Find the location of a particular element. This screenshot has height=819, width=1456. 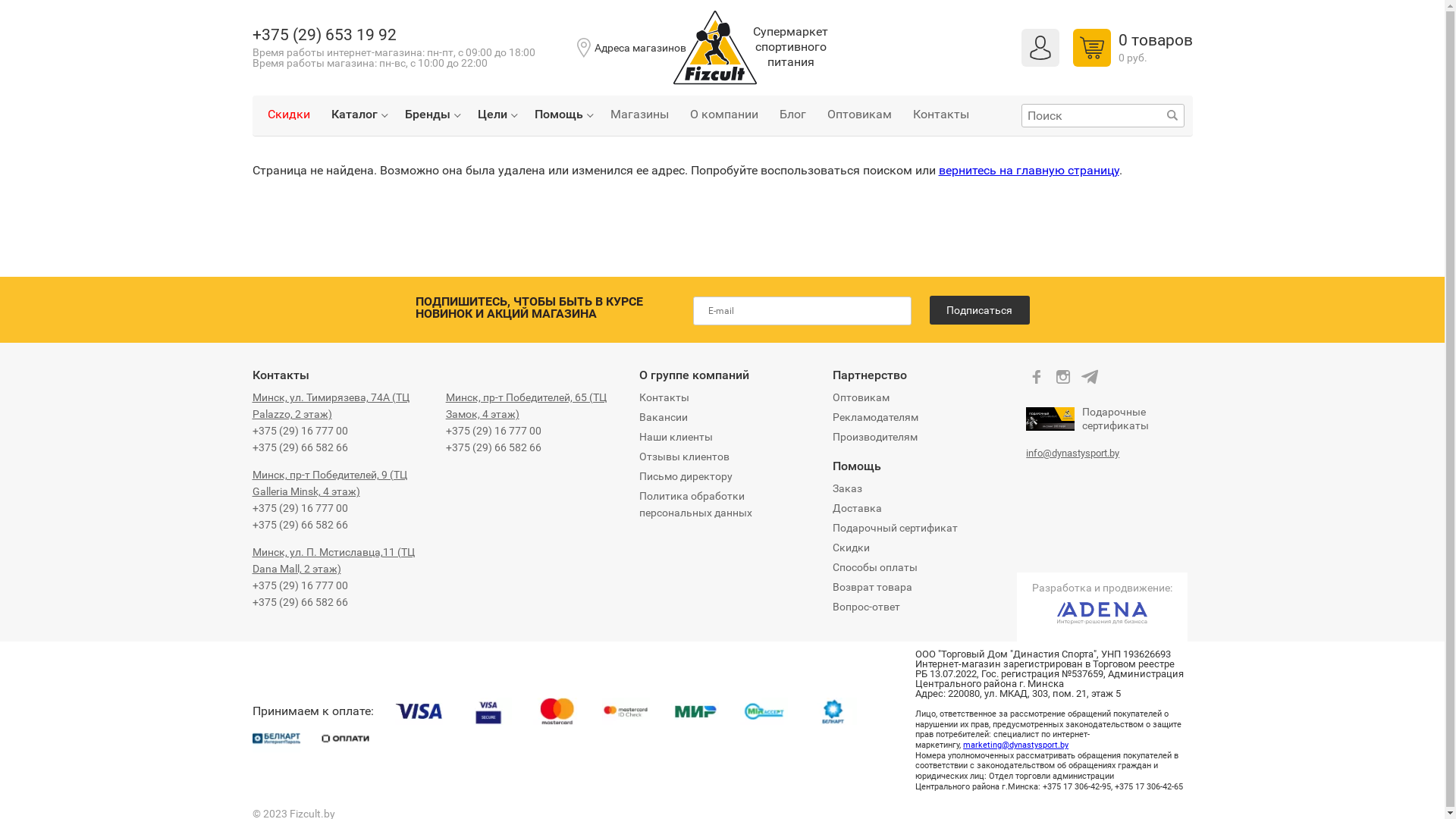

'marketing@dynastysport.by' is located at coordinates (1015, 744).